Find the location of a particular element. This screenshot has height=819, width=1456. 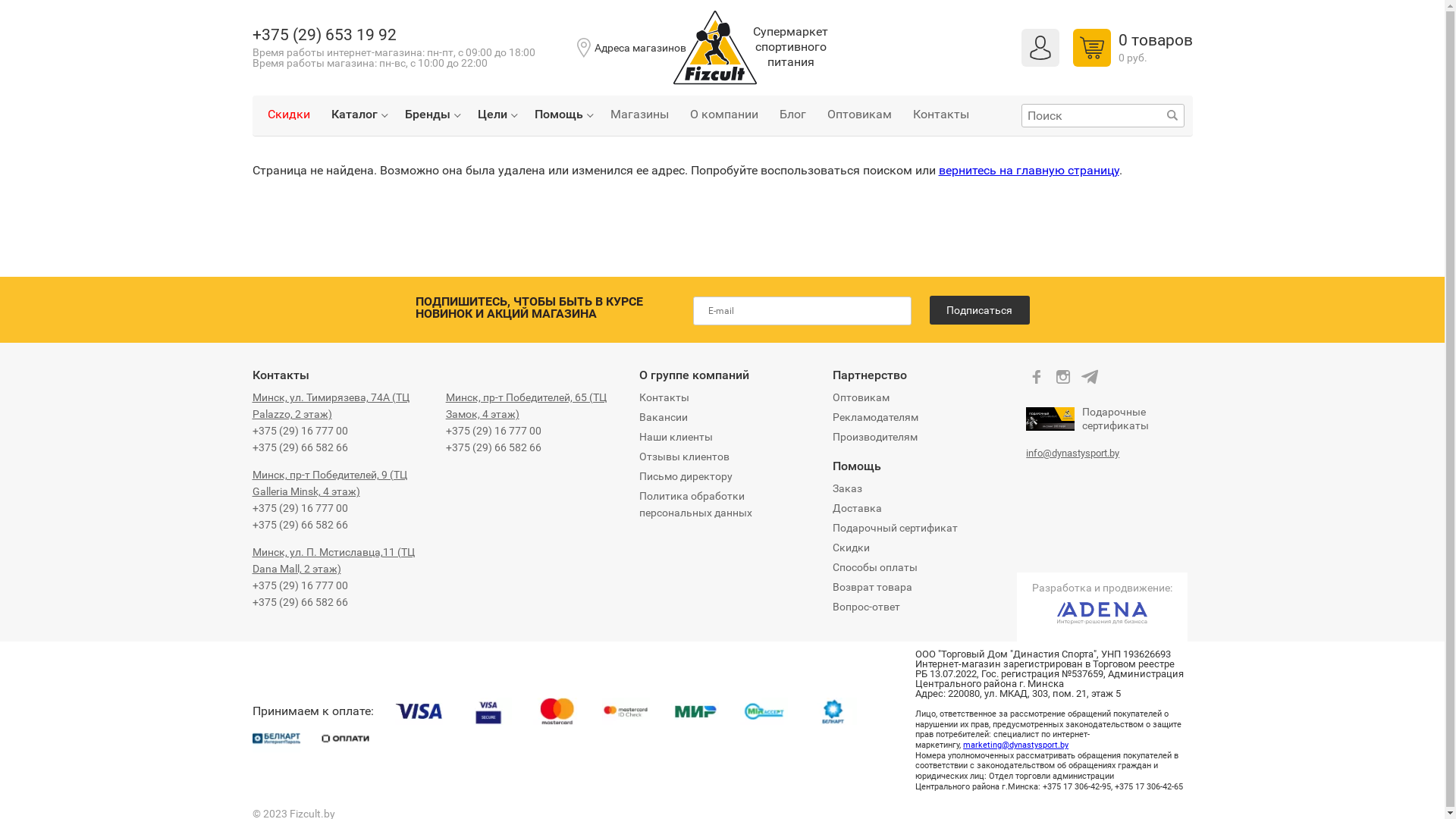

'marketing@dynastysport.by' is located at coordinates (1015, 744).